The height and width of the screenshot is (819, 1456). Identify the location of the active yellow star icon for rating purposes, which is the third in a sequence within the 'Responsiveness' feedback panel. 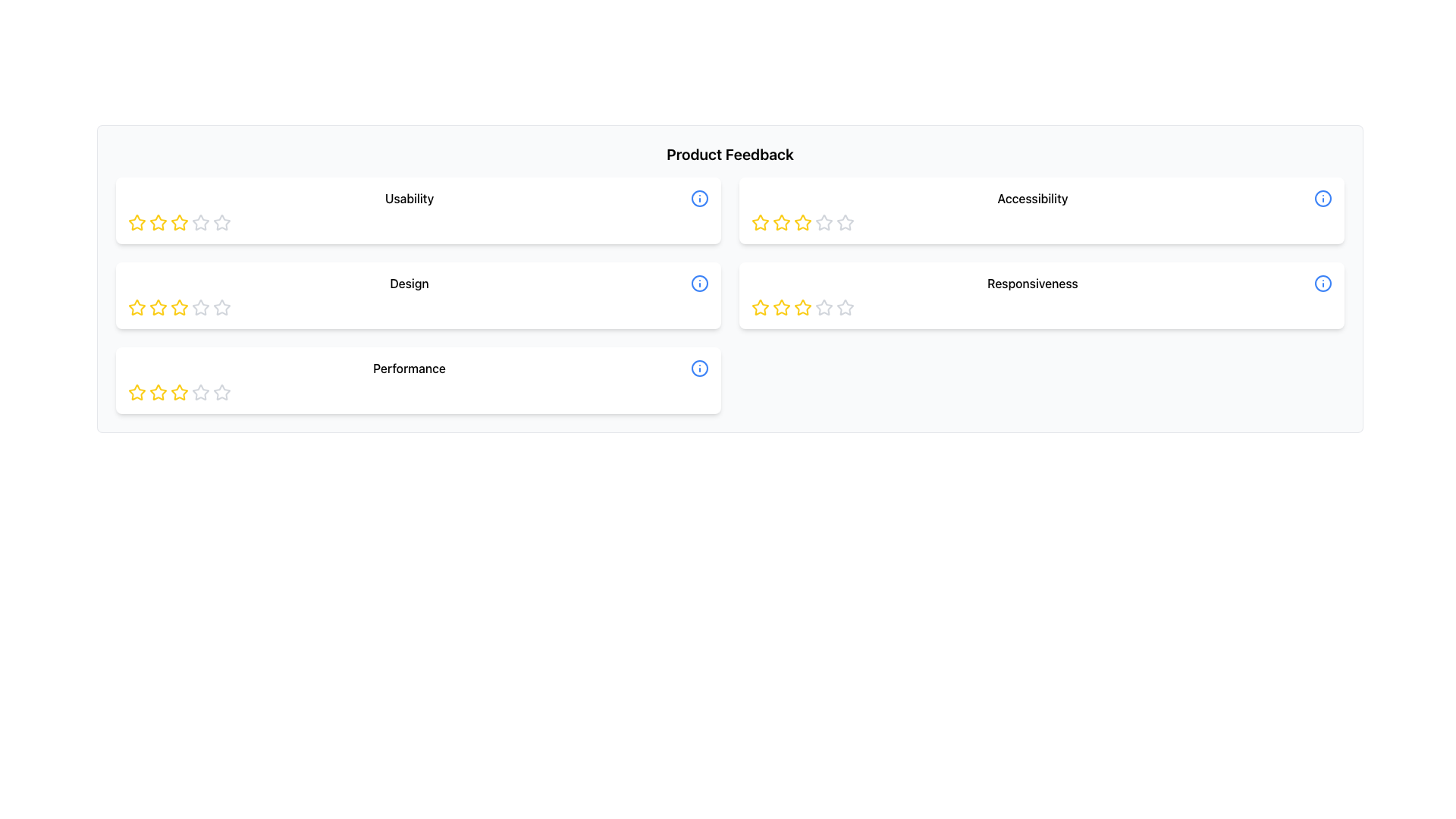
(782, 307).